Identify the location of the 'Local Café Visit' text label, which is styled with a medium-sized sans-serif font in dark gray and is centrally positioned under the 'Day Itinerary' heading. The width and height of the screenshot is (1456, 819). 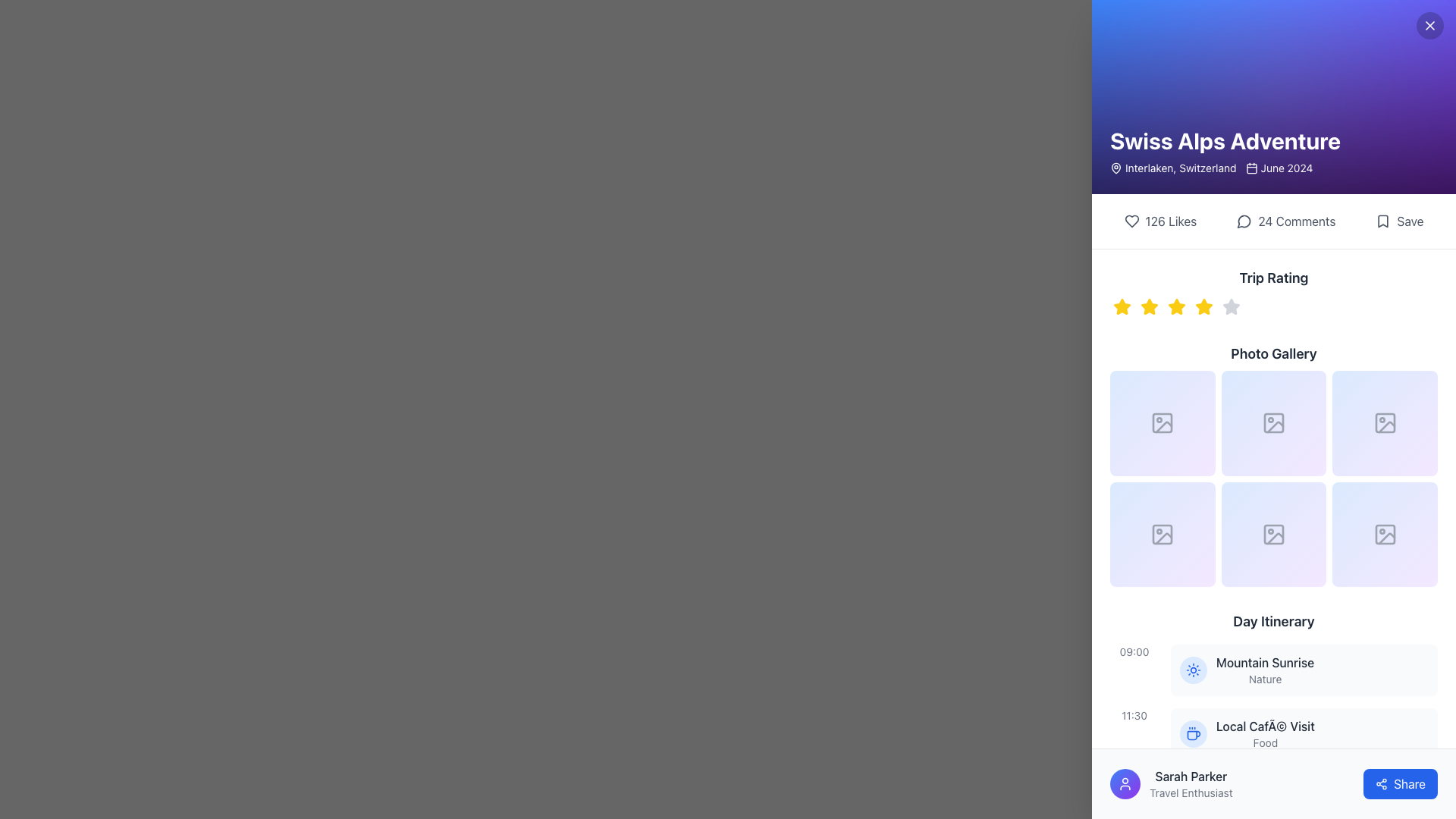
(1265, 726).